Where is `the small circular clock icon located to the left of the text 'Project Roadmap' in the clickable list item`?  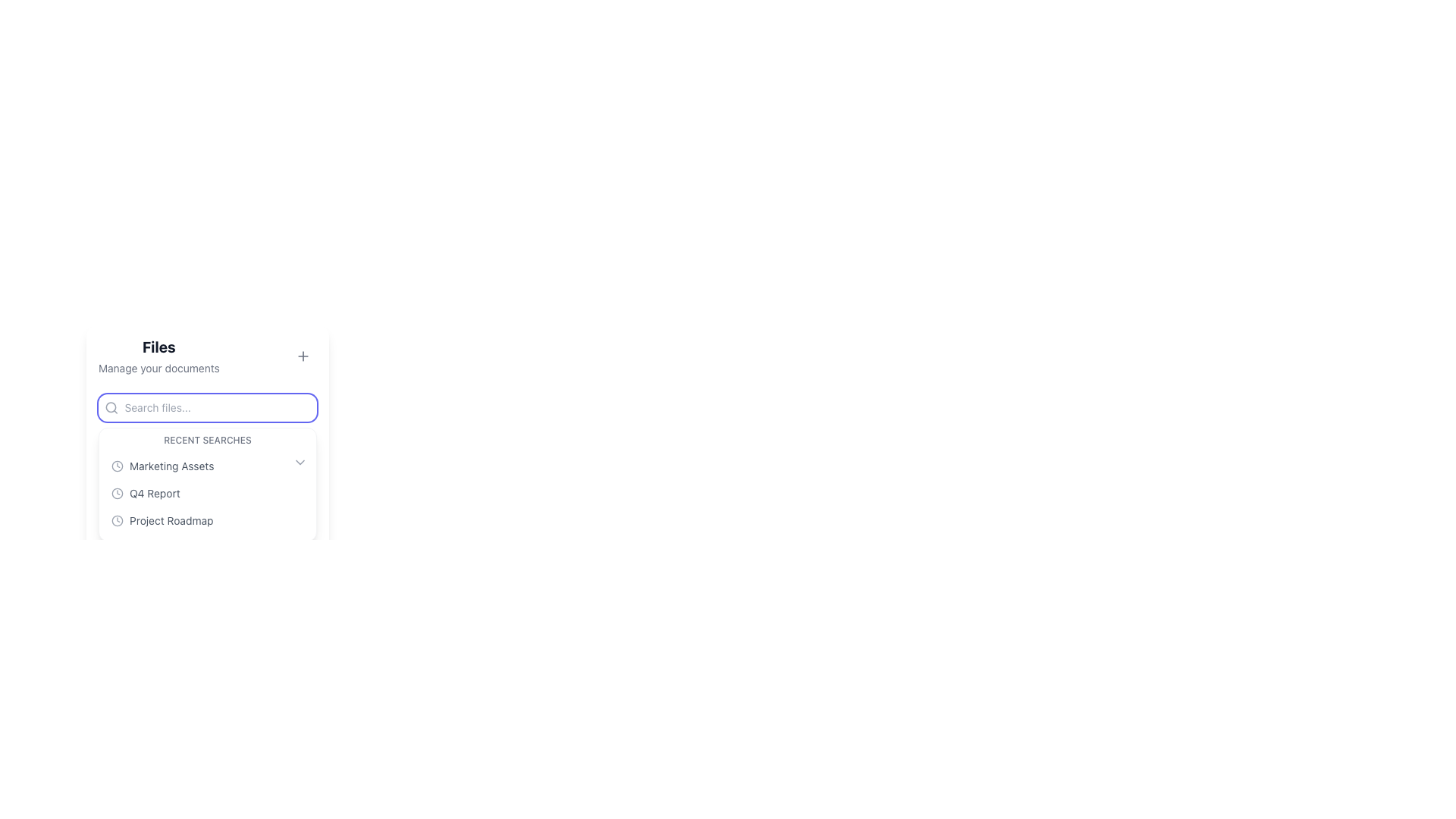
the small circular clock icon located to the left of the text 'Project Roadmap' in the clickable list item is located at coordinates (116, 519).